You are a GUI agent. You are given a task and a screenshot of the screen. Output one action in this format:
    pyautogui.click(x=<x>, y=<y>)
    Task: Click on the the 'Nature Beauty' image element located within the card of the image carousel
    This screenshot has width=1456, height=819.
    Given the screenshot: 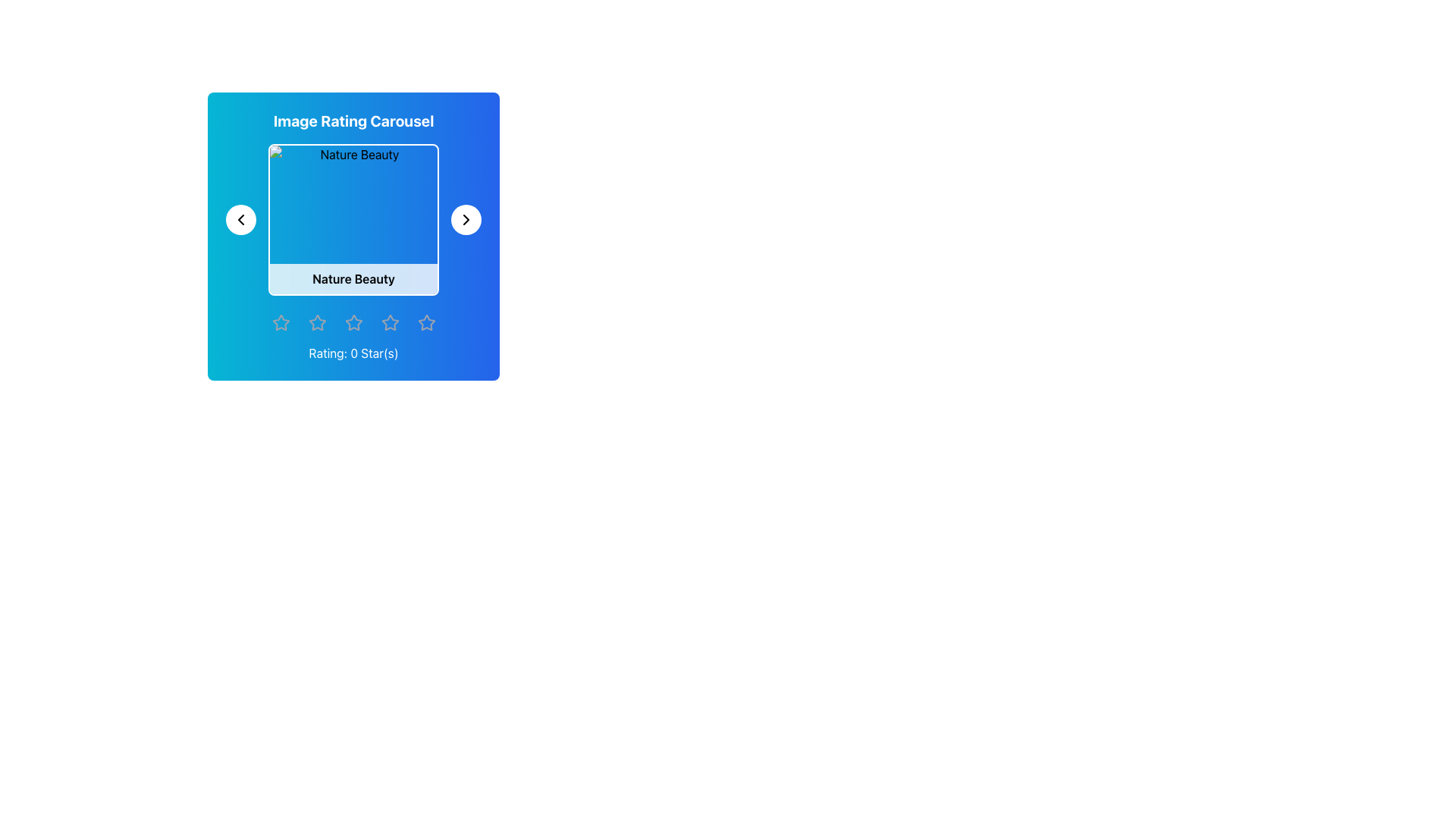 What is the action you would take?
    pyautogui.click(x=353, y=219)
    